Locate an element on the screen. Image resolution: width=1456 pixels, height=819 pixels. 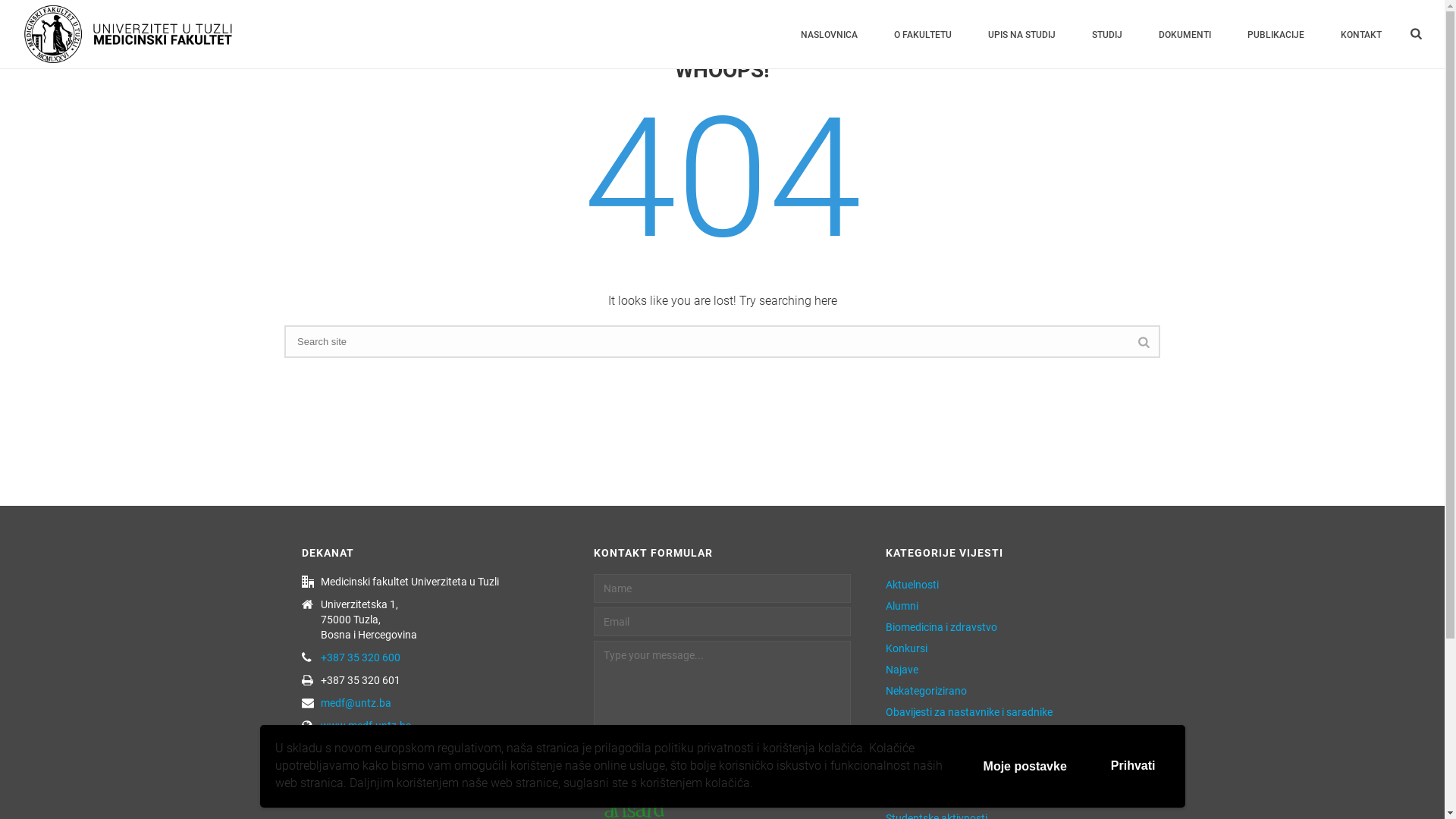
'Najave' is located at coordinates (902, 669).